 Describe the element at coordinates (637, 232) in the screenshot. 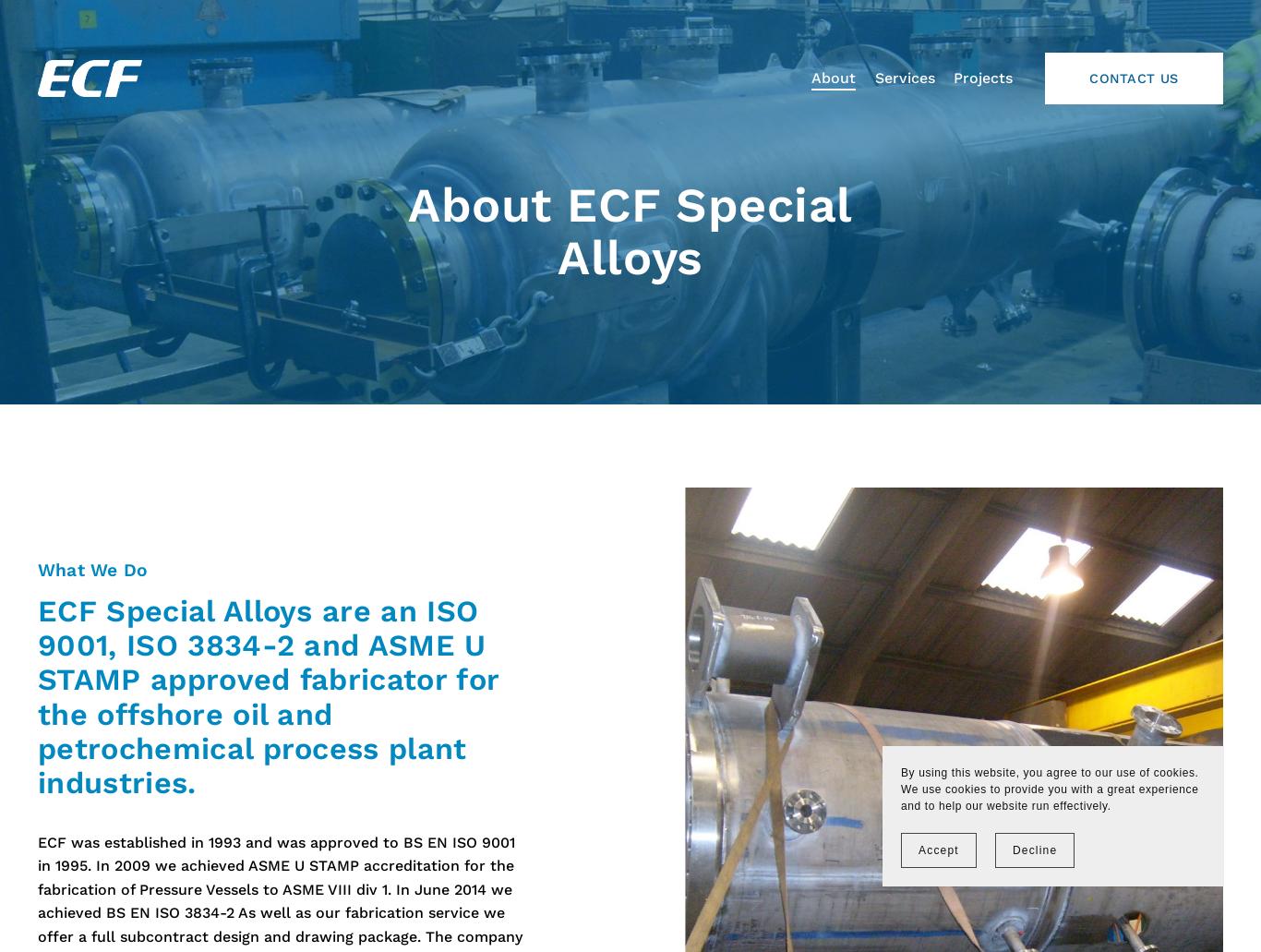

I see `'About ECF Special Alloys'` at that location.